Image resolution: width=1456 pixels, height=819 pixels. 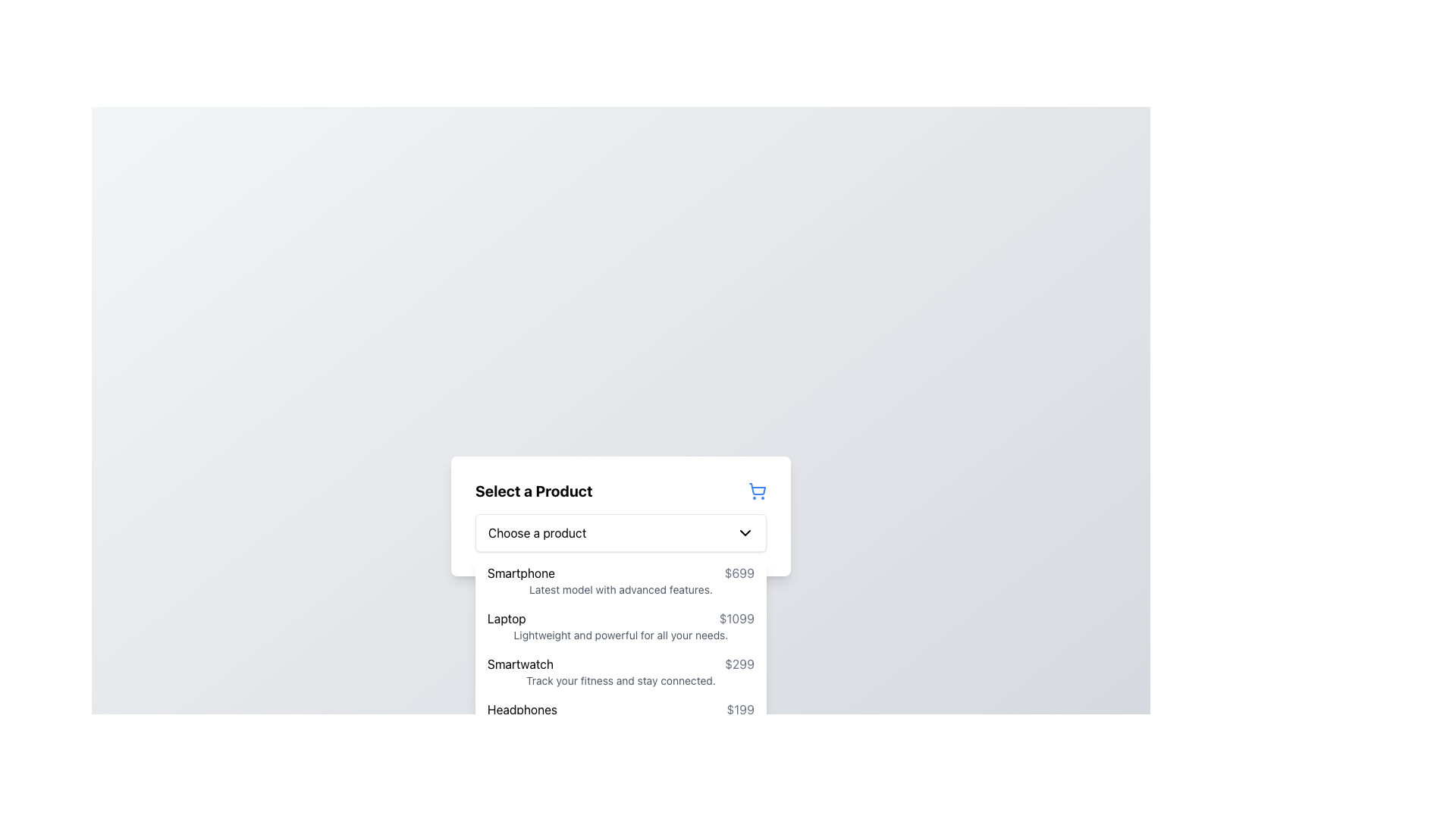 I want to click on the Text Label that provides additional descriptive information about the 'Smartphone' product, located below the 'Smartphone' and '$699' text in the dropdown menu, so click(x=621, y=589).